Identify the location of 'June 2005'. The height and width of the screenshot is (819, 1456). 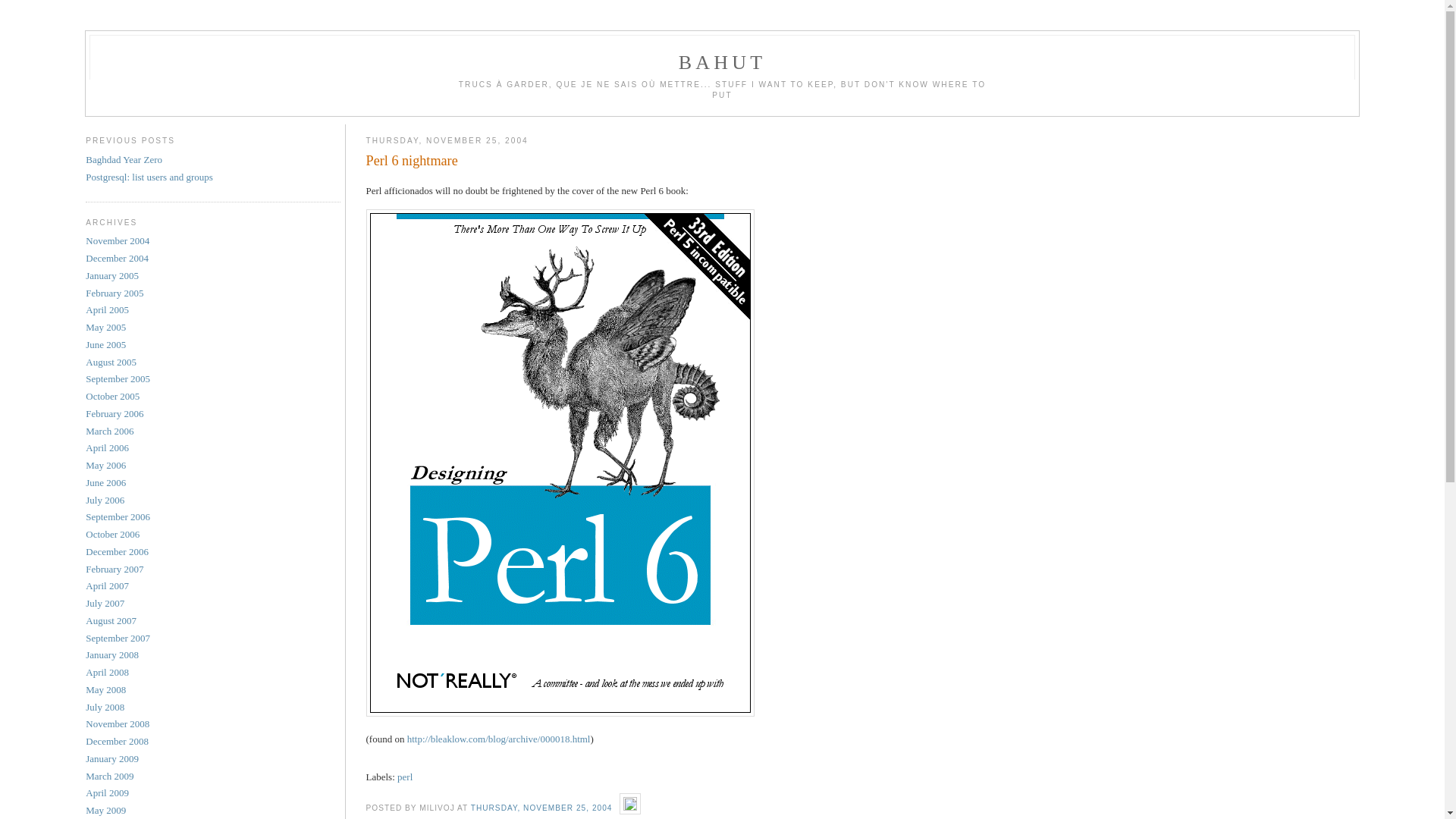
(105, 344).